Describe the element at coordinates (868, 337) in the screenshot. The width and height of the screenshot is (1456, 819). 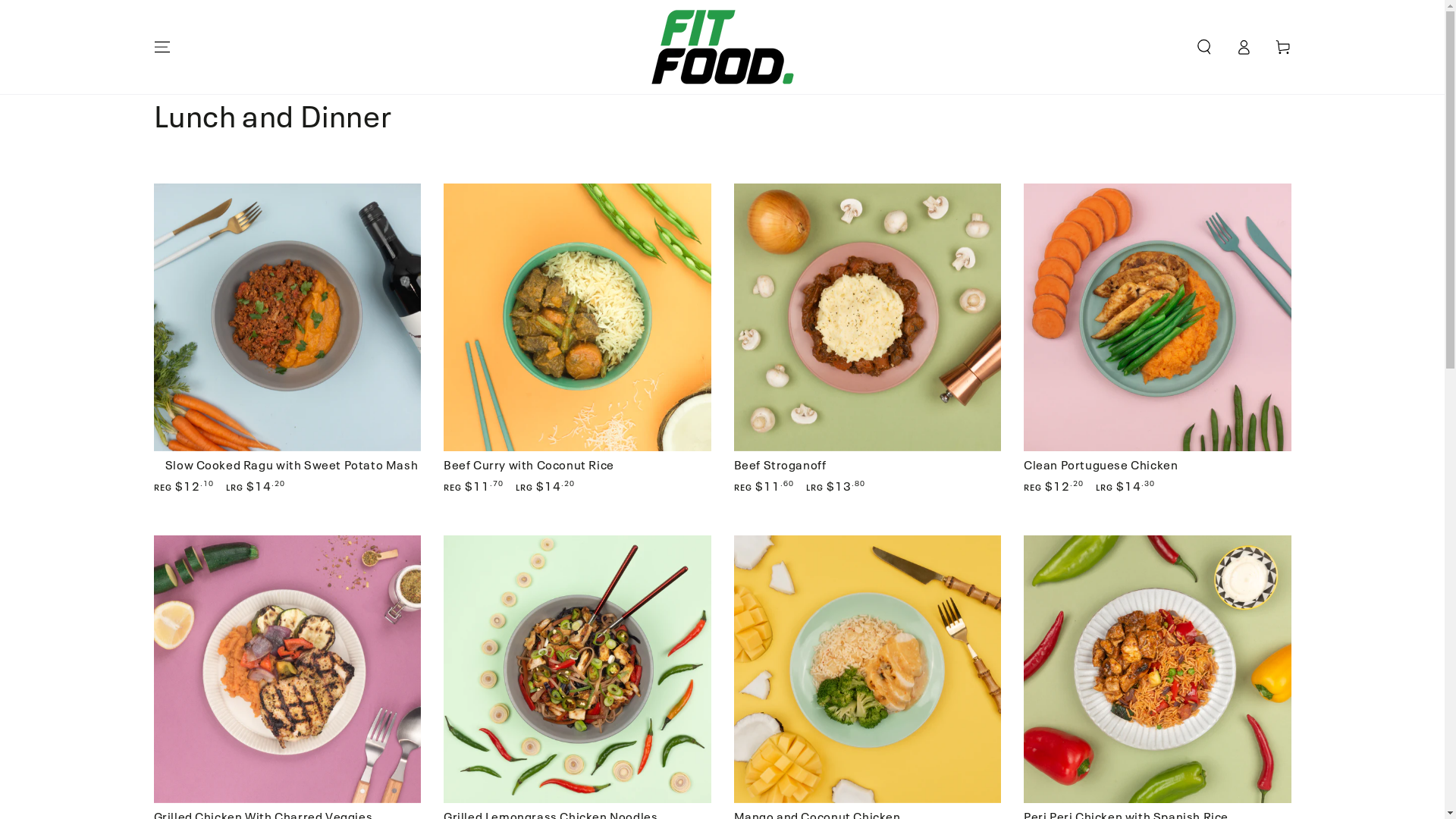
I see `'Beef Stroganoff'` at that location.